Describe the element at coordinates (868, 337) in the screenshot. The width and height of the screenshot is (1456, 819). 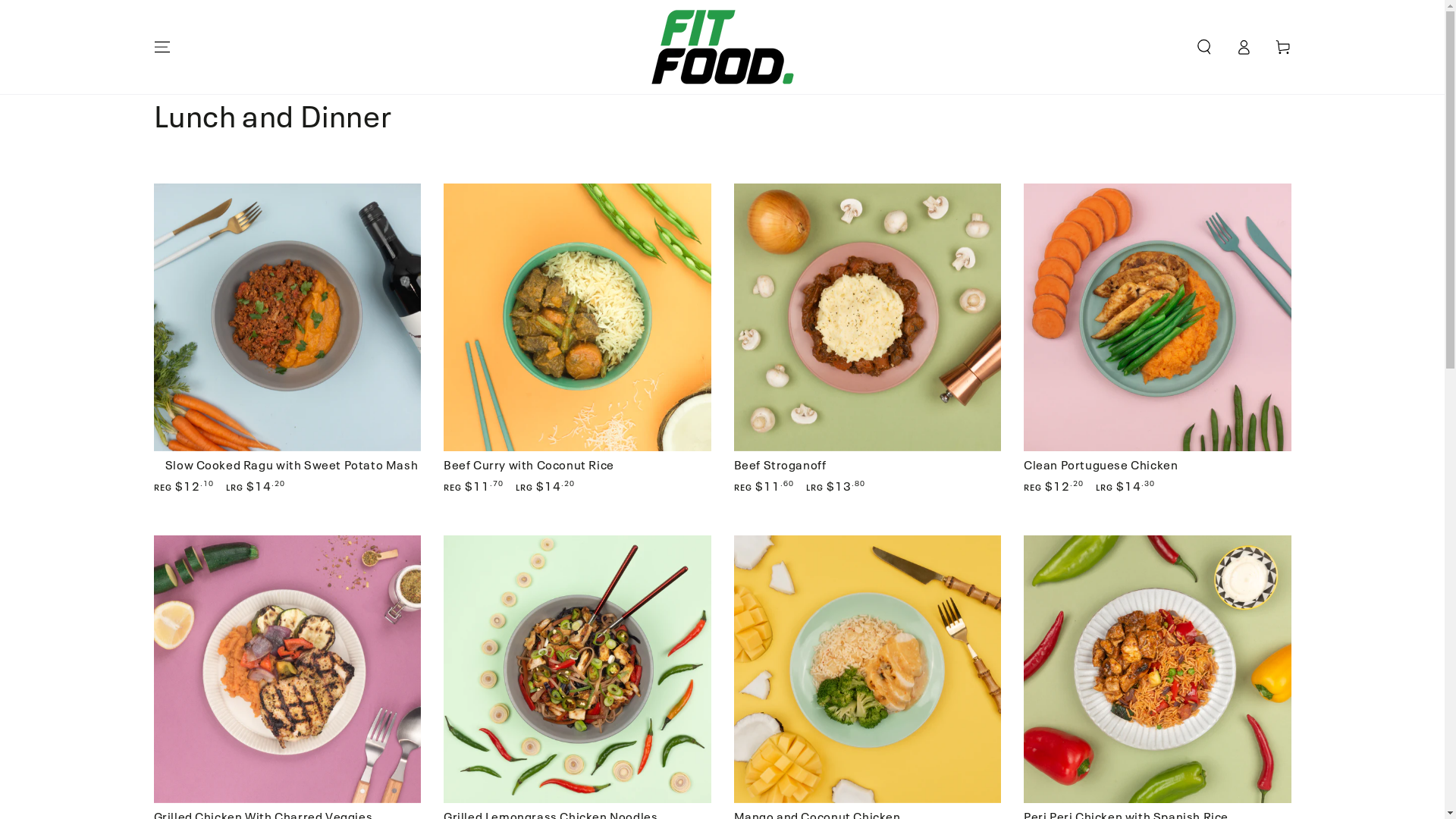
I see `'Beef Stroganoff'` at that location.